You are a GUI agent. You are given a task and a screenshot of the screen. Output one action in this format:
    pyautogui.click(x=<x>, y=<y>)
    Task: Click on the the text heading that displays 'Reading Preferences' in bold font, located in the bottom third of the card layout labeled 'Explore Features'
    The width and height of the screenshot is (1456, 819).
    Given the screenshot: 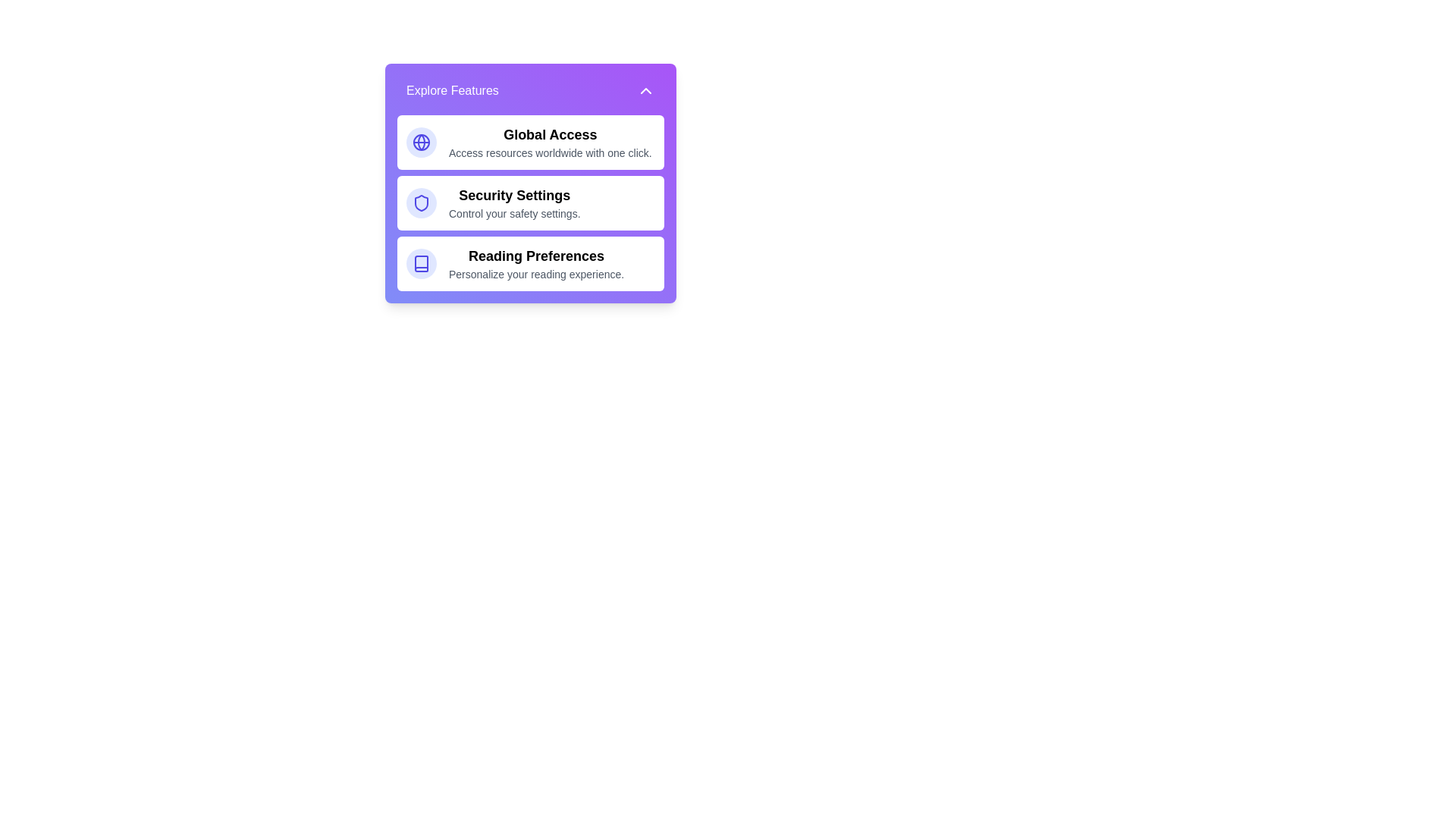 What is the action you would take?
    pyautogui.click(x=536, y=256)
    